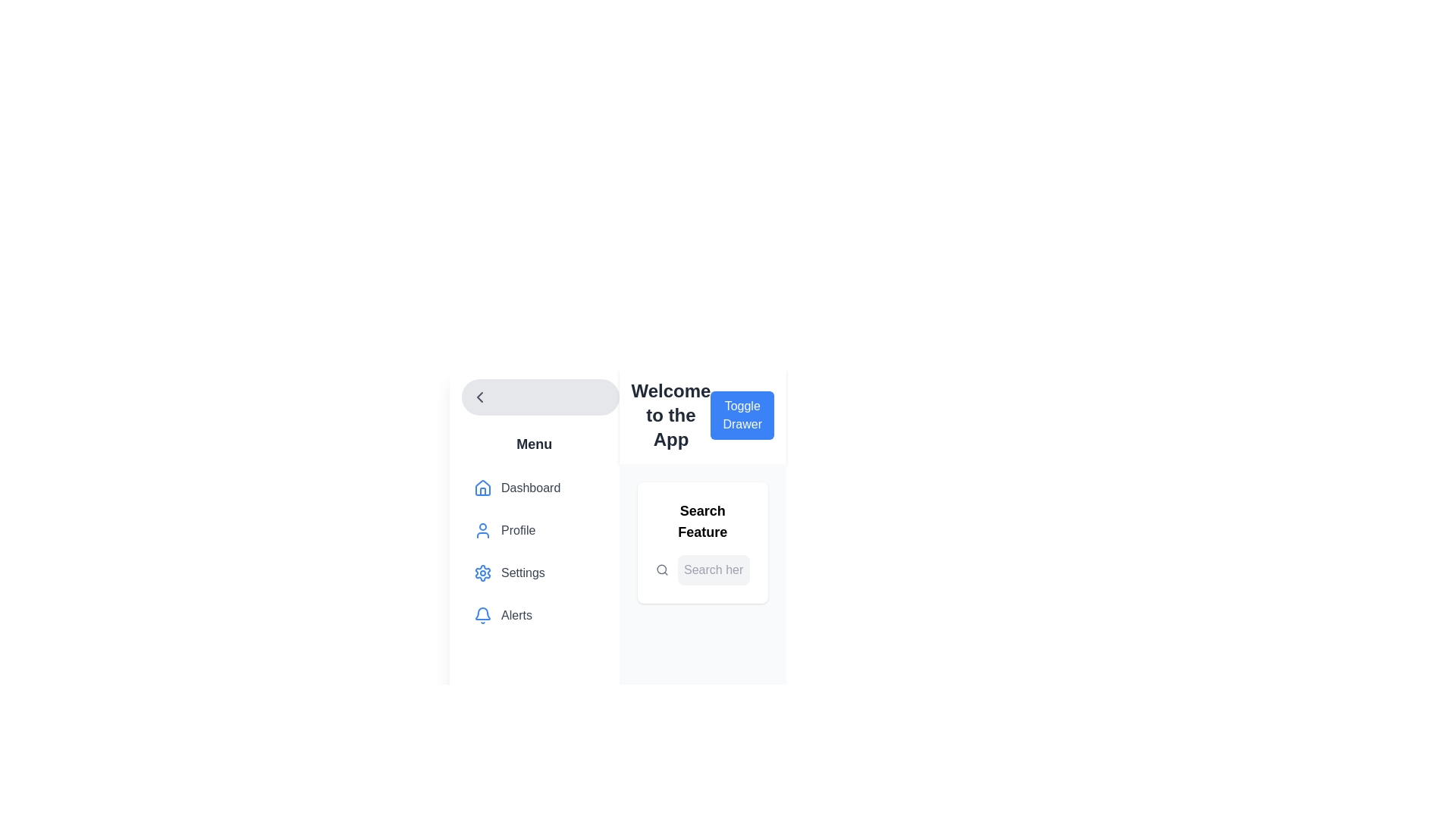 This screenshot has width=1456, height=819. I want to click on the blue gear-like icon representing the settings cogwheel, located near the 'Menu' section, so click(482, 573).